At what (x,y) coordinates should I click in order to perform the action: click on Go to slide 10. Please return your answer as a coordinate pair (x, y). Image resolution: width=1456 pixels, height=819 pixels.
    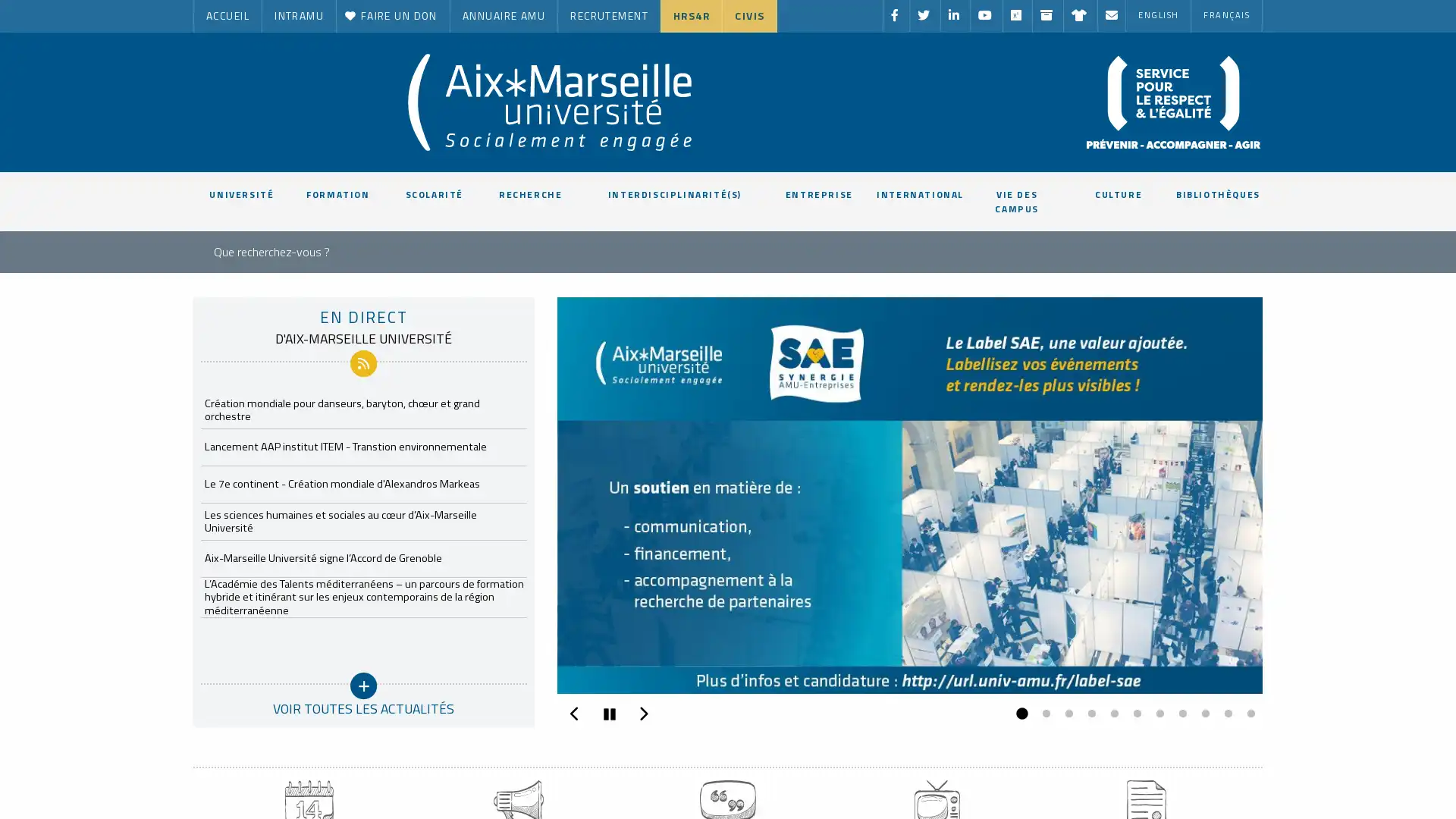
    Looking at the image, I should click on (1224, 714).